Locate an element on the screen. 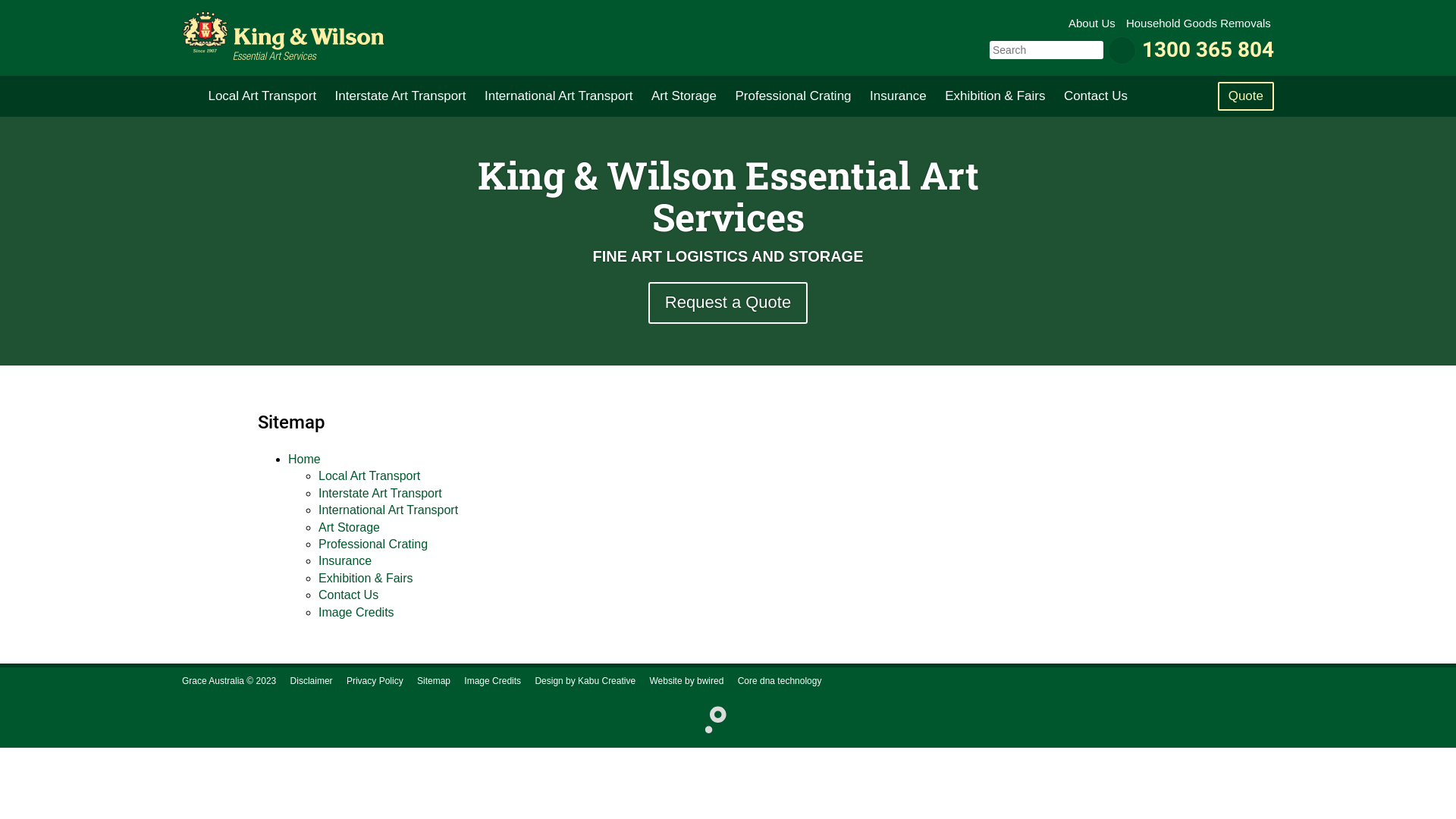 The image size is (1456, 819). 'Home' is located at coordinates (303, 458).